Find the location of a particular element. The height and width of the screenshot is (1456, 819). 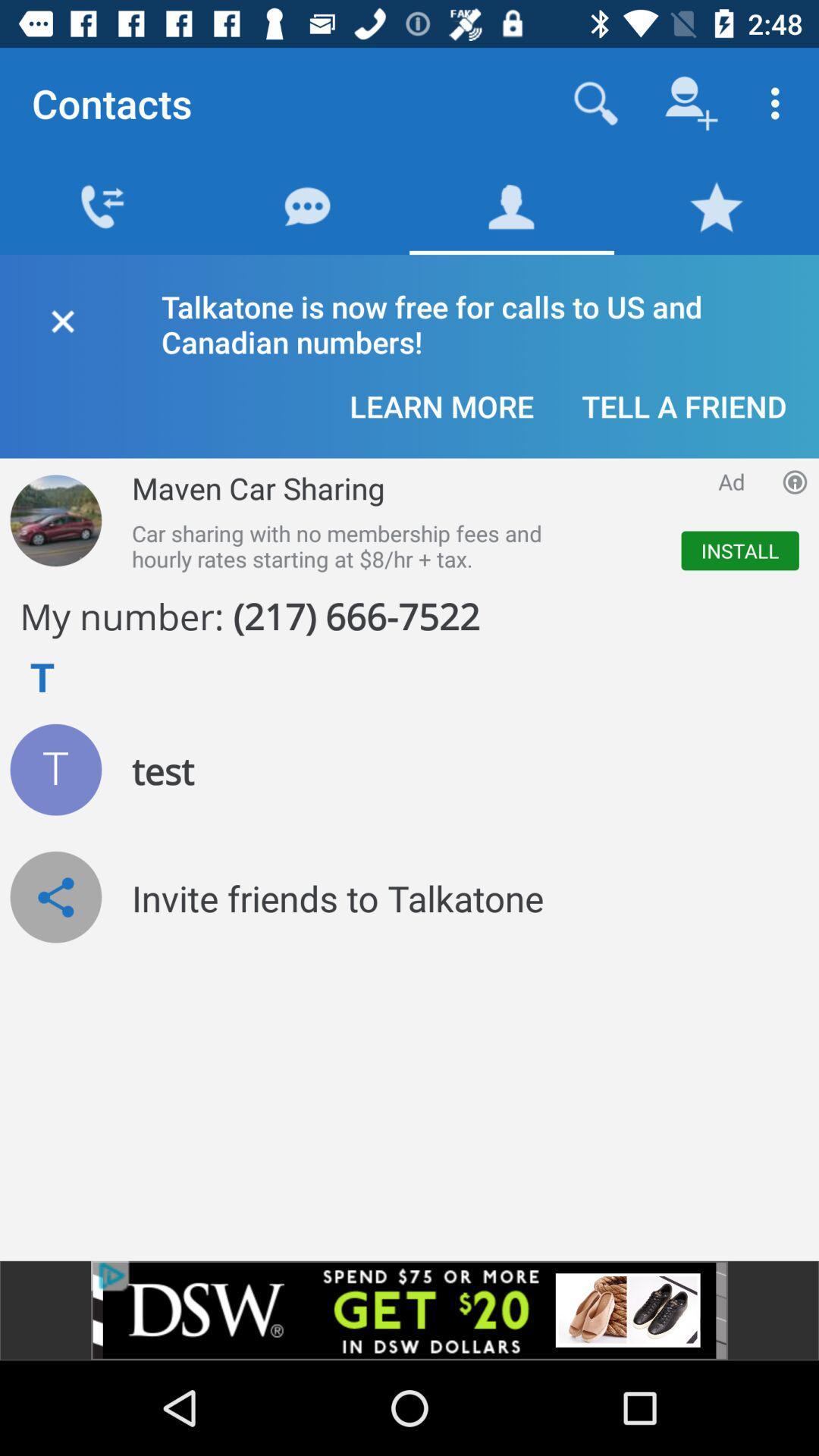

open more information for advertisement is located at coordinates (794, 481).